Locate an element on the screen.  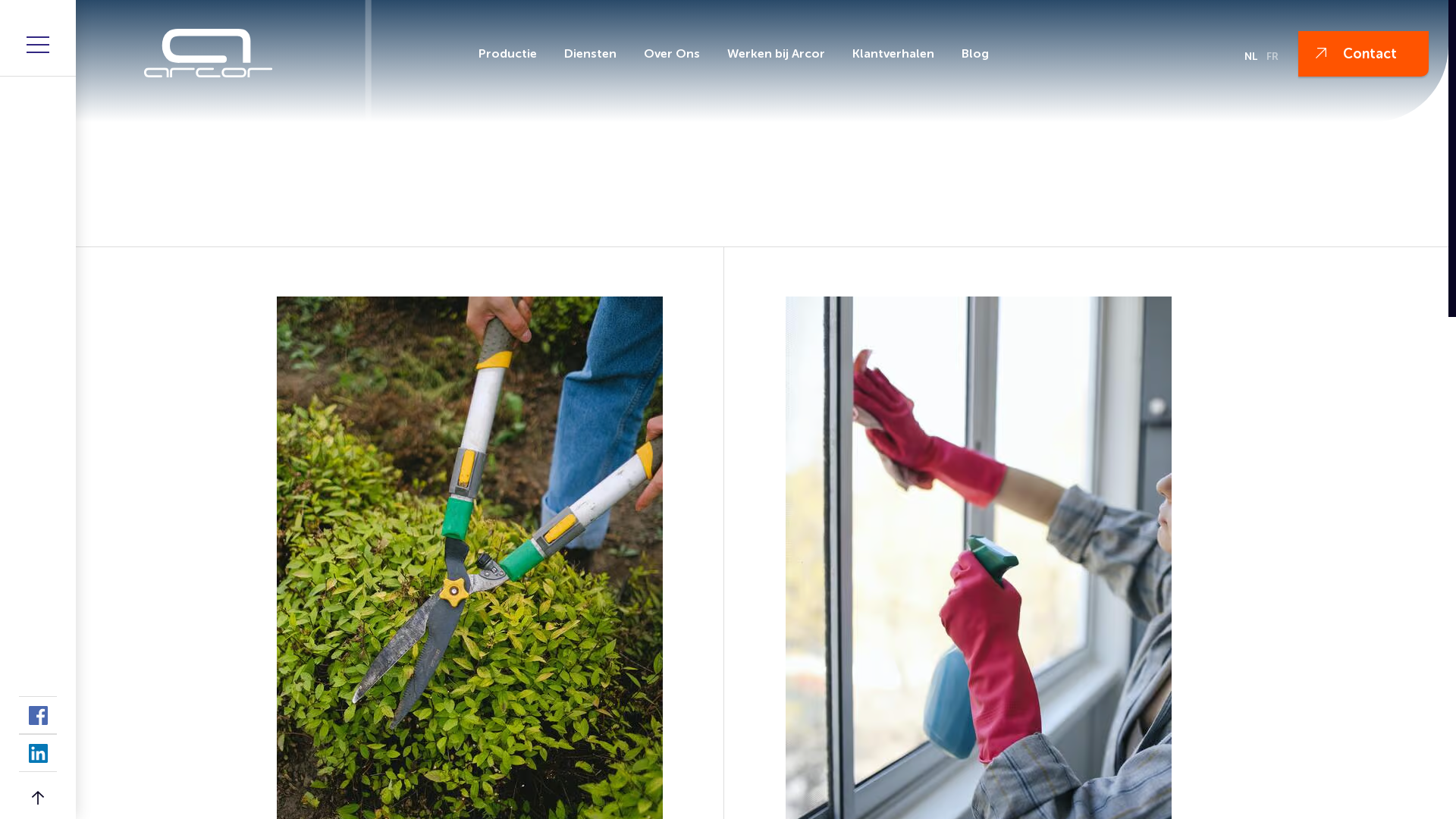
'Blog' is located at coordinates (952, 52).